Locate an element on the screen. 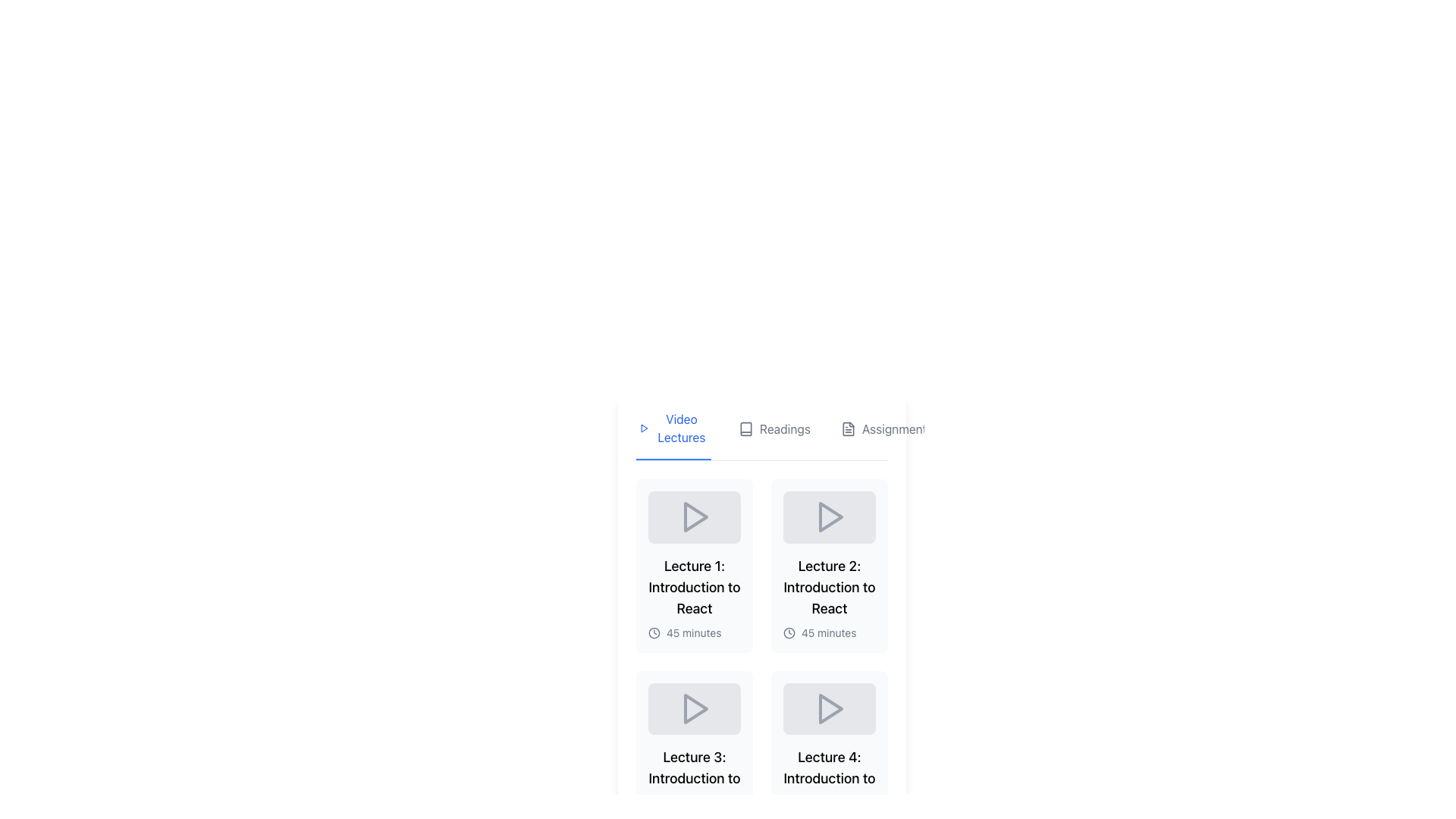 Image resolution: width=1456 pixels, height=819 pixels. the 'Assignments' label located at the top-right corner of the navigation bar is located at coordinates (897, 429).